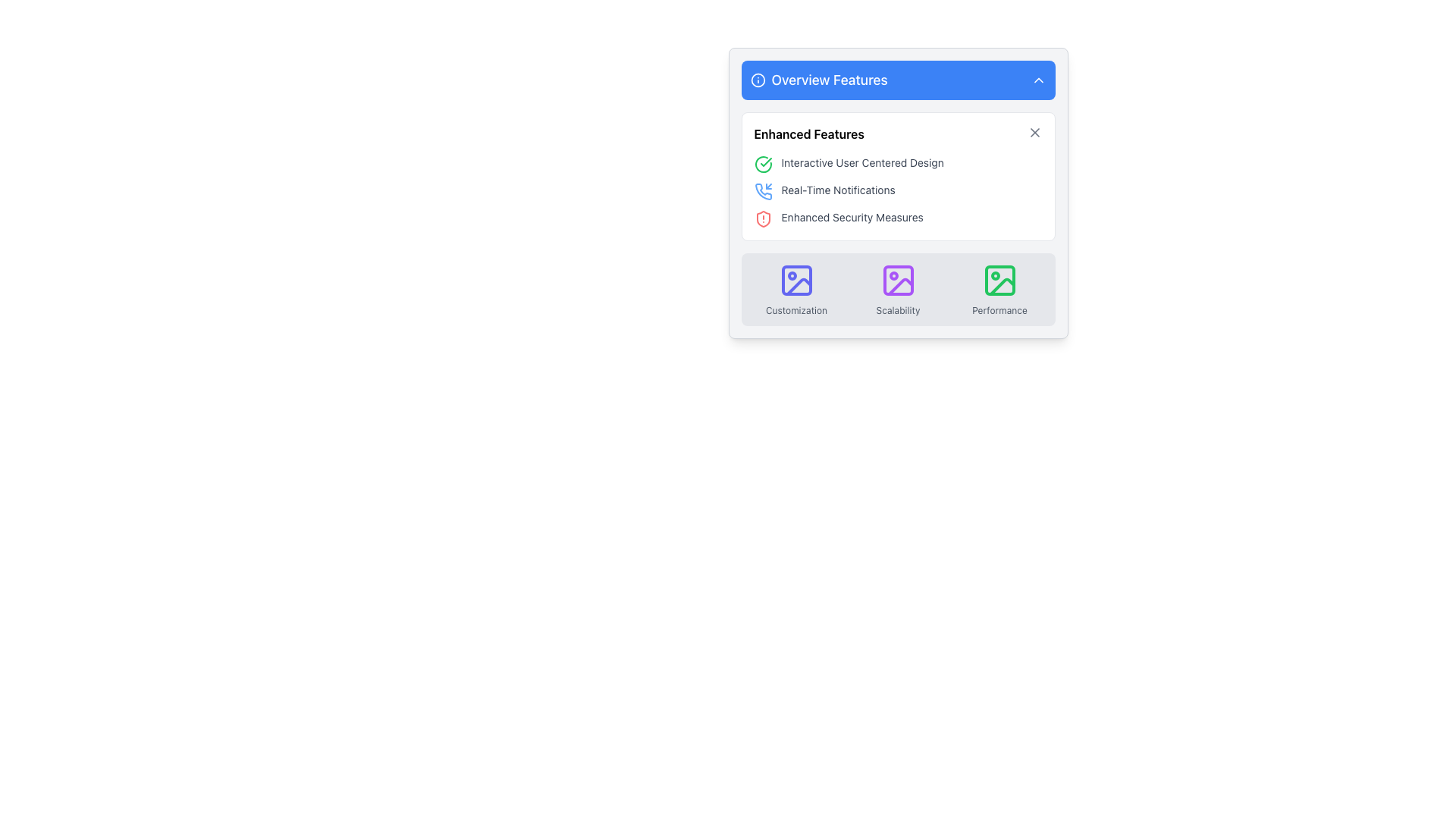  I want to click on the text label displaying 'Real-Time Notifications' in the 'Enhanced Features' panel, so click(837, 189).